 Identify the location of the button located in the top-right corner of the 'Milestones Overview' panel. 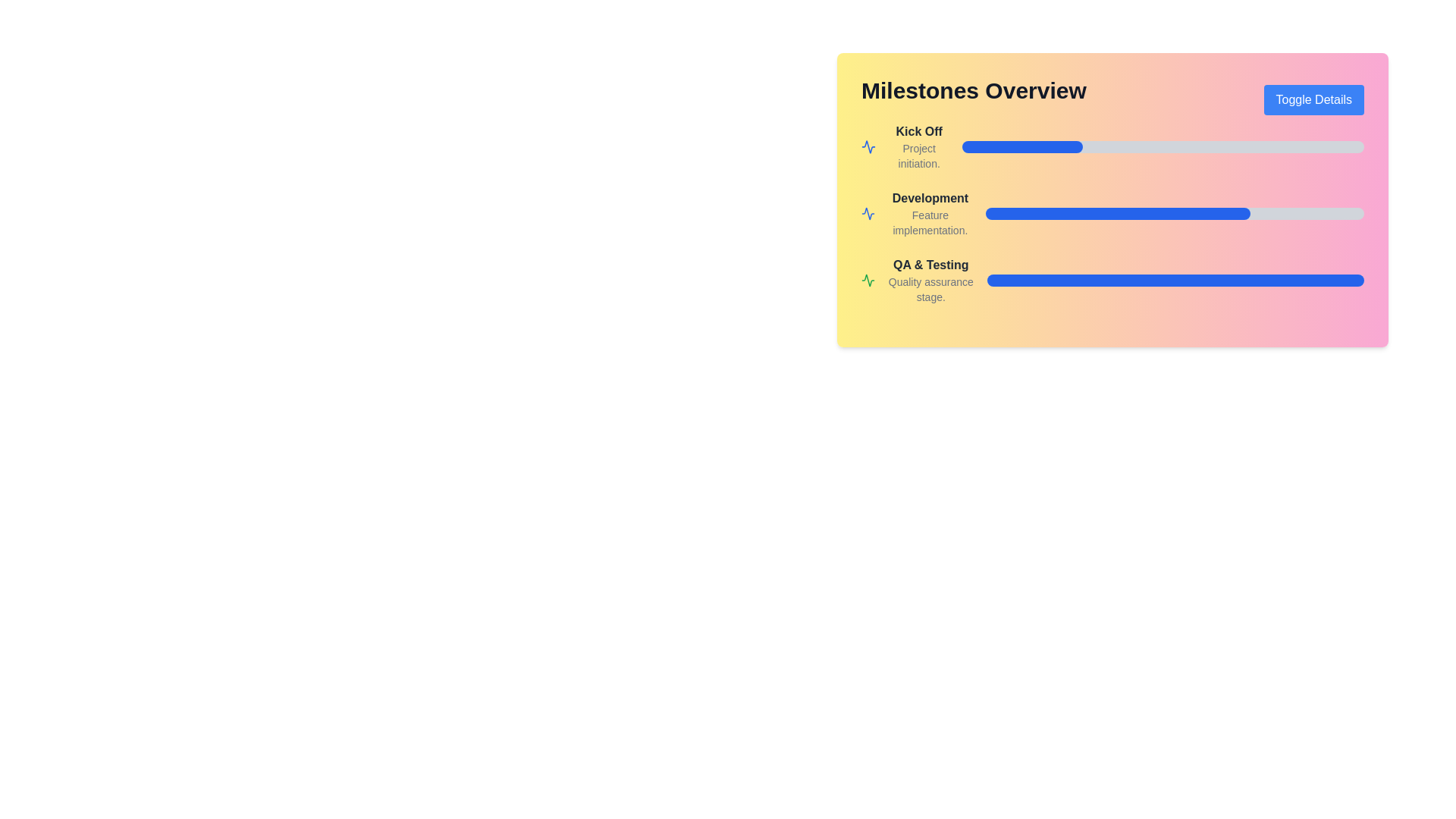
(1313, 99).